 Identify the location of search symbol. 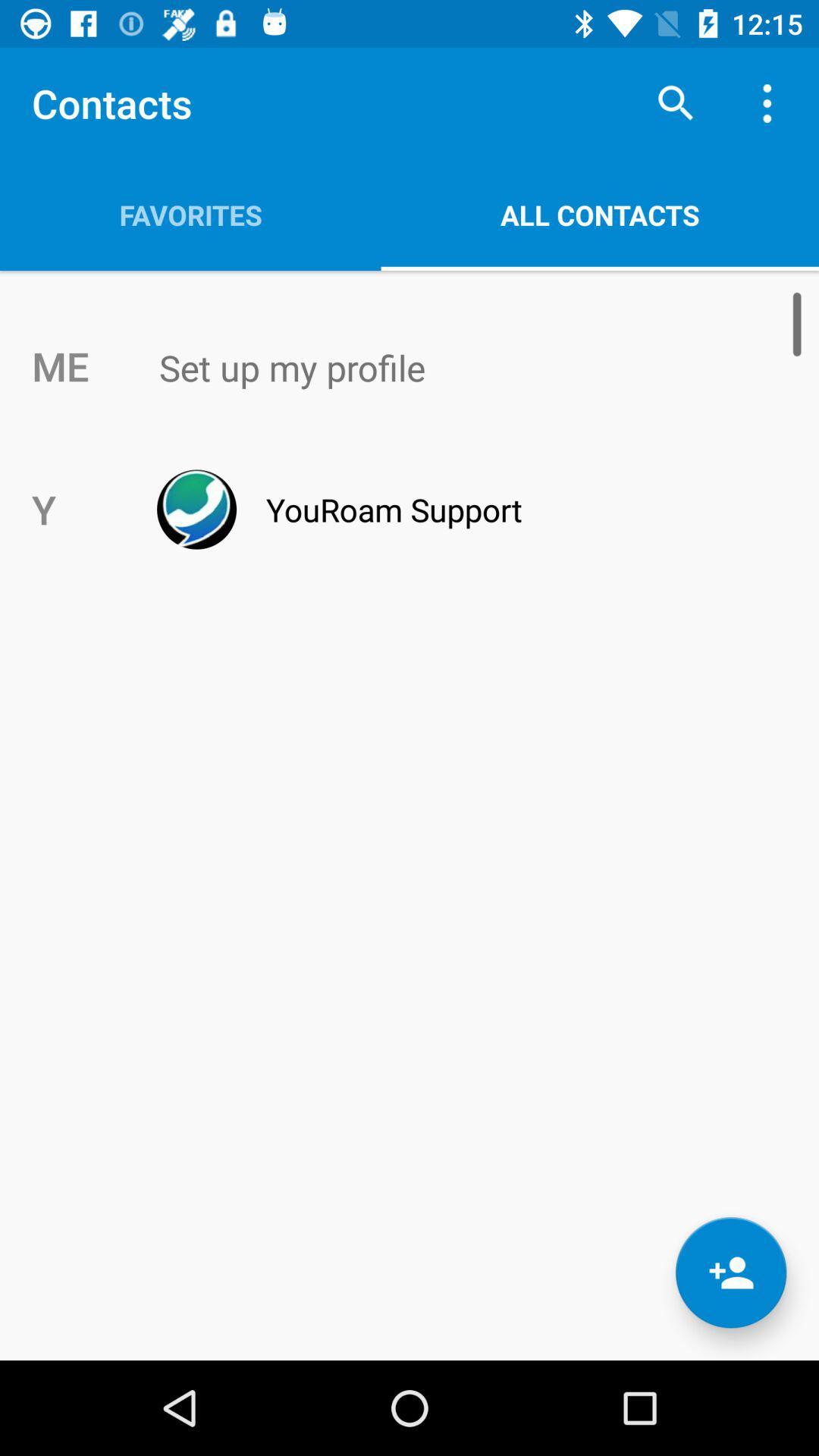
(675, 103).